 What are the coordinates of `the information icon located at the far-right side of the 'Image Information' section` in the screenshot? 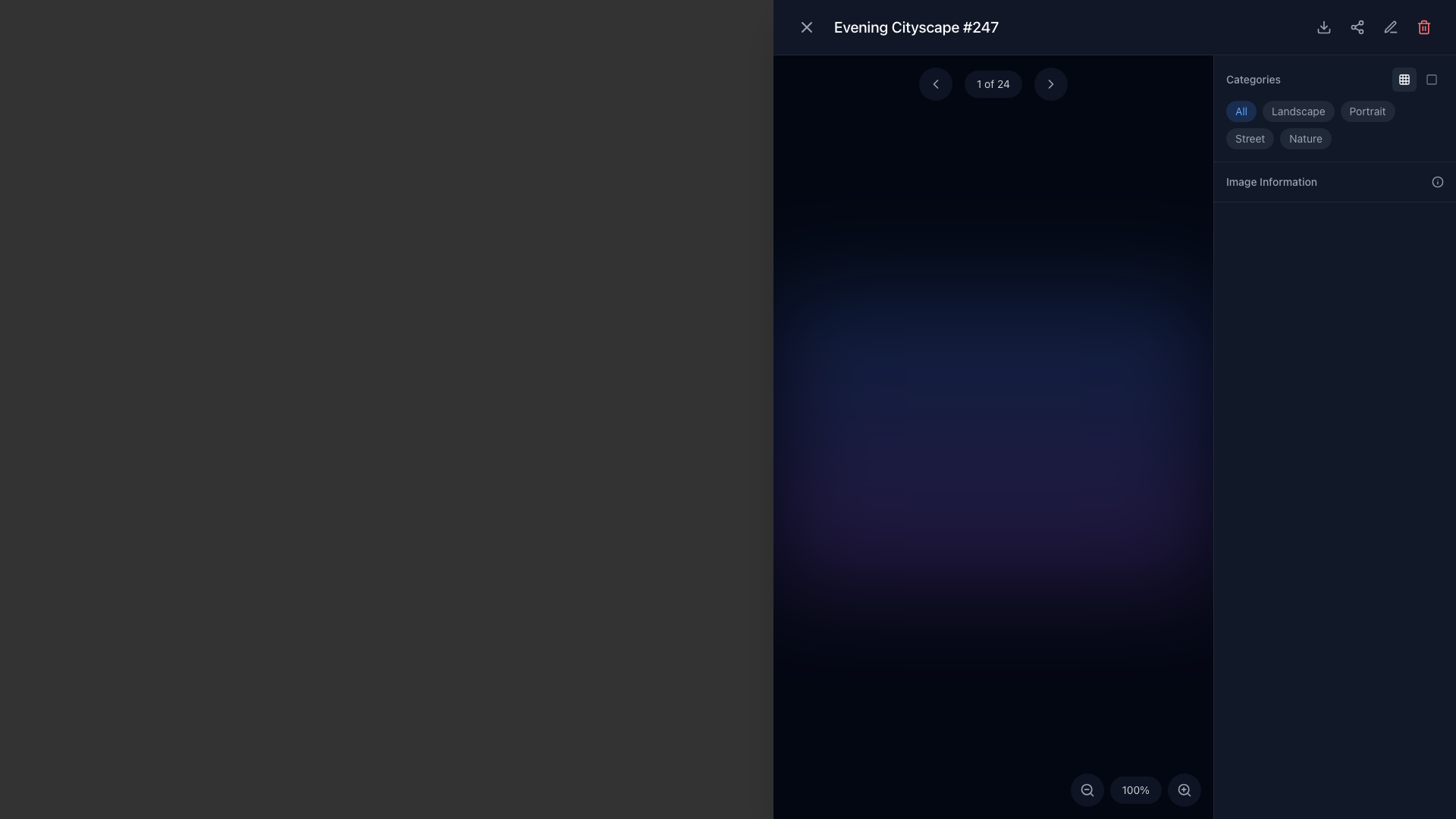 It's located at (1437, 180).